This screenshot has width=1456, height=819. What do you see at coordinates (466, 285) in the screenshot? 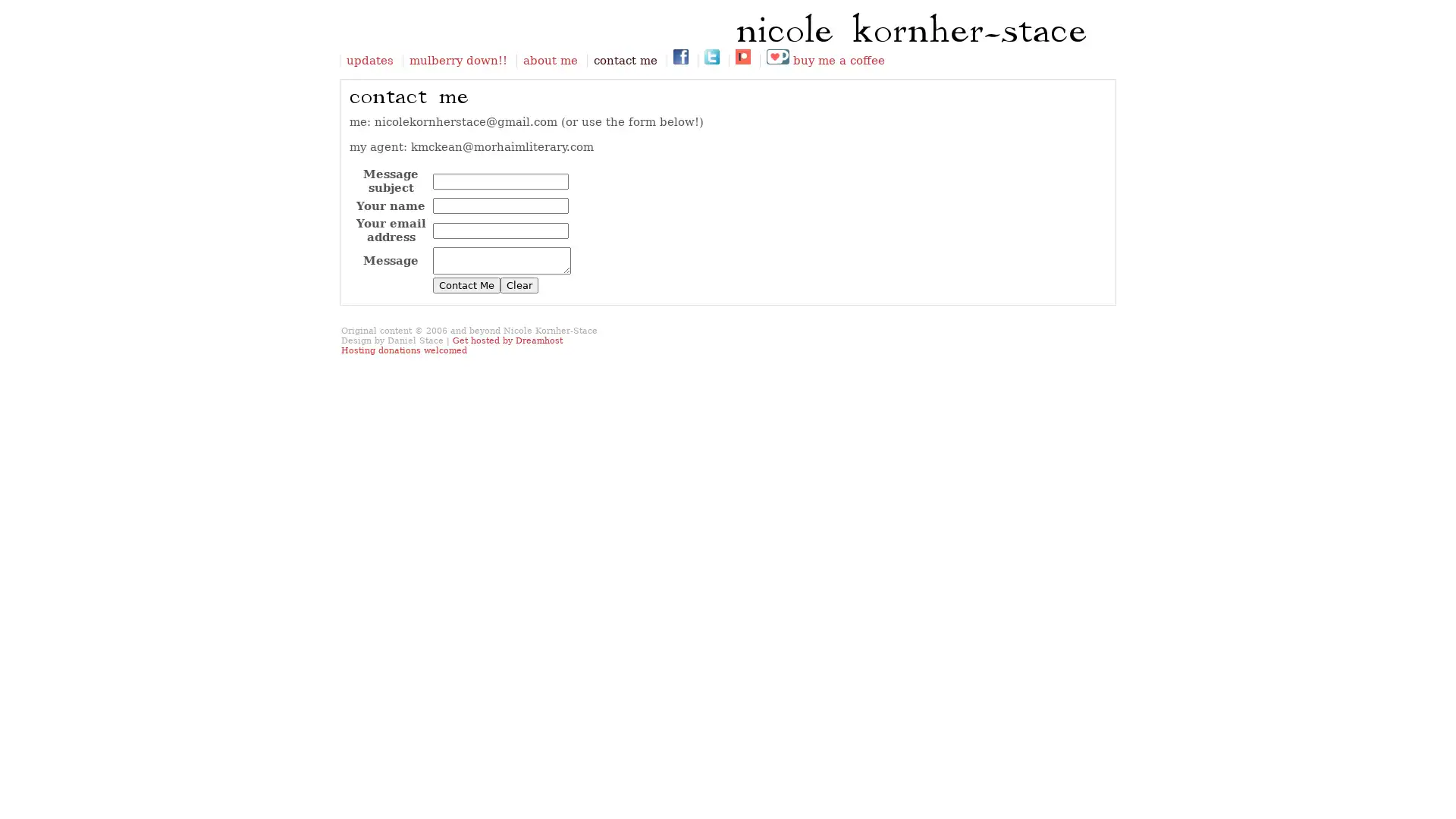
I see `Contact Me` at bounding box center [466, 285].